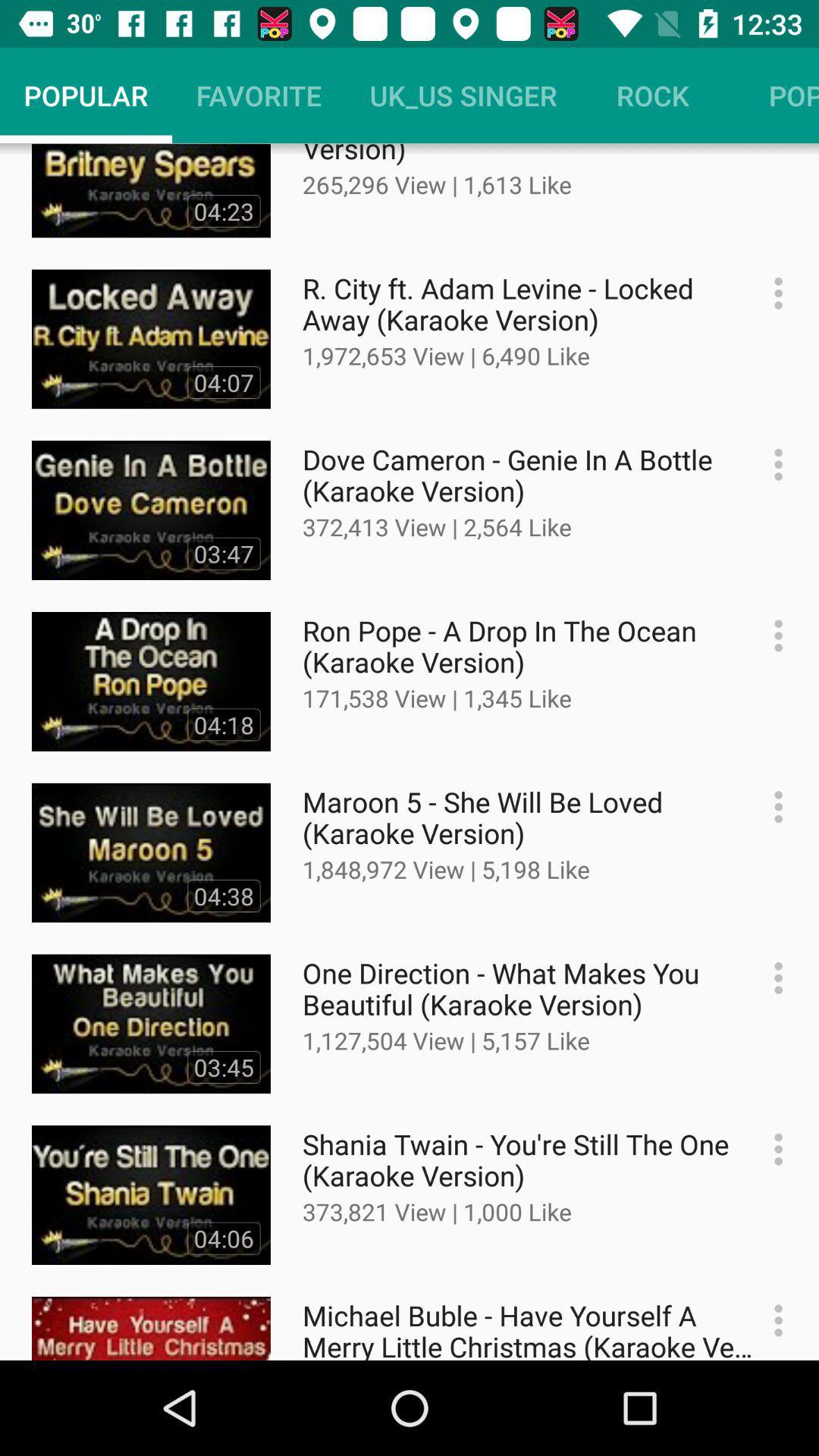  I want to click on explore more options, so click(770, 978).